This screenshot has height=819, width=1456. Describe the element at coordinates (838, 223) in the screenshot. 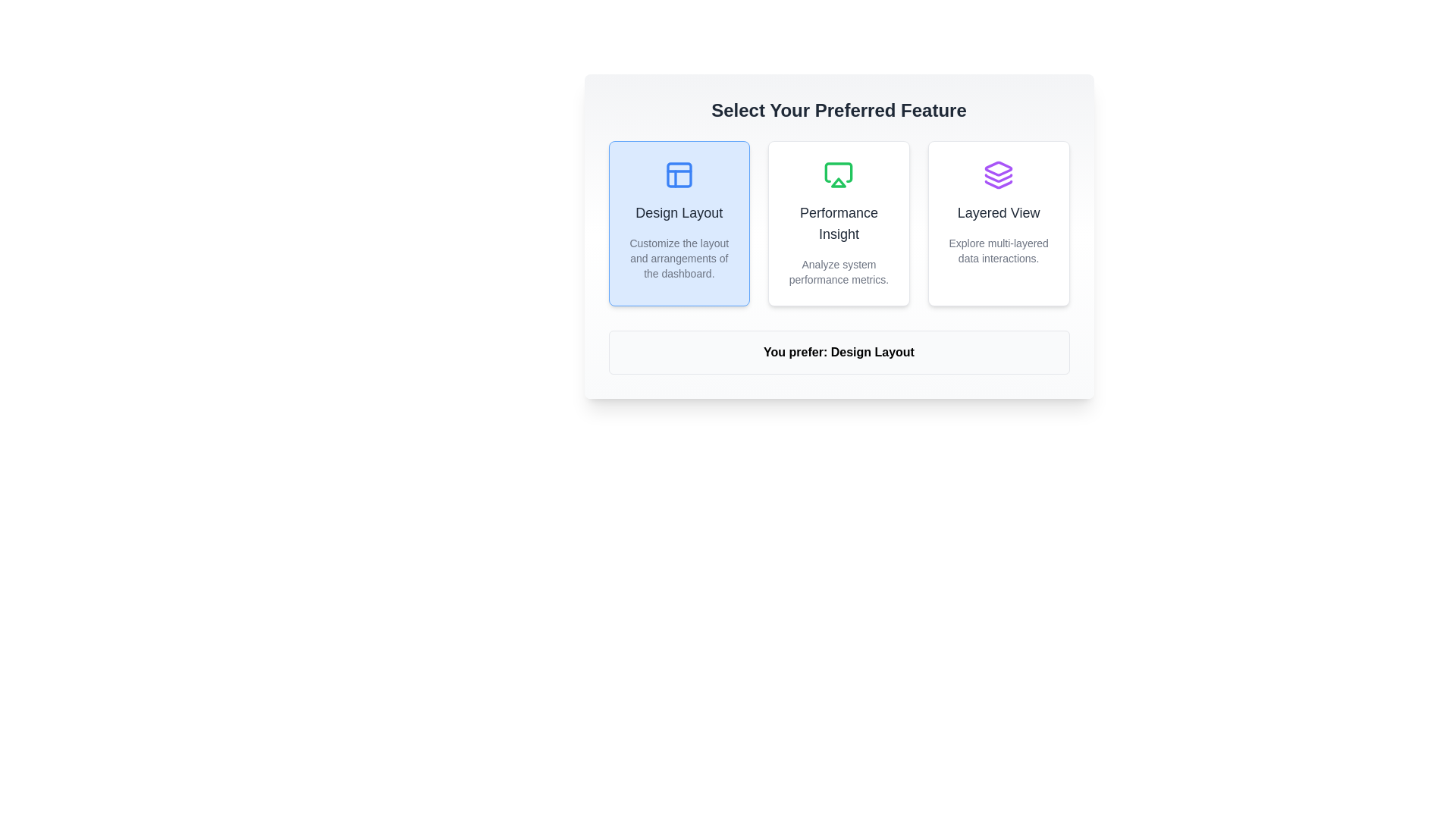

I see `the 'Performance Insight' label, which is a text label styled in large font size and medium weight, located in the middle top of the central card in a three-card layout` at that location.